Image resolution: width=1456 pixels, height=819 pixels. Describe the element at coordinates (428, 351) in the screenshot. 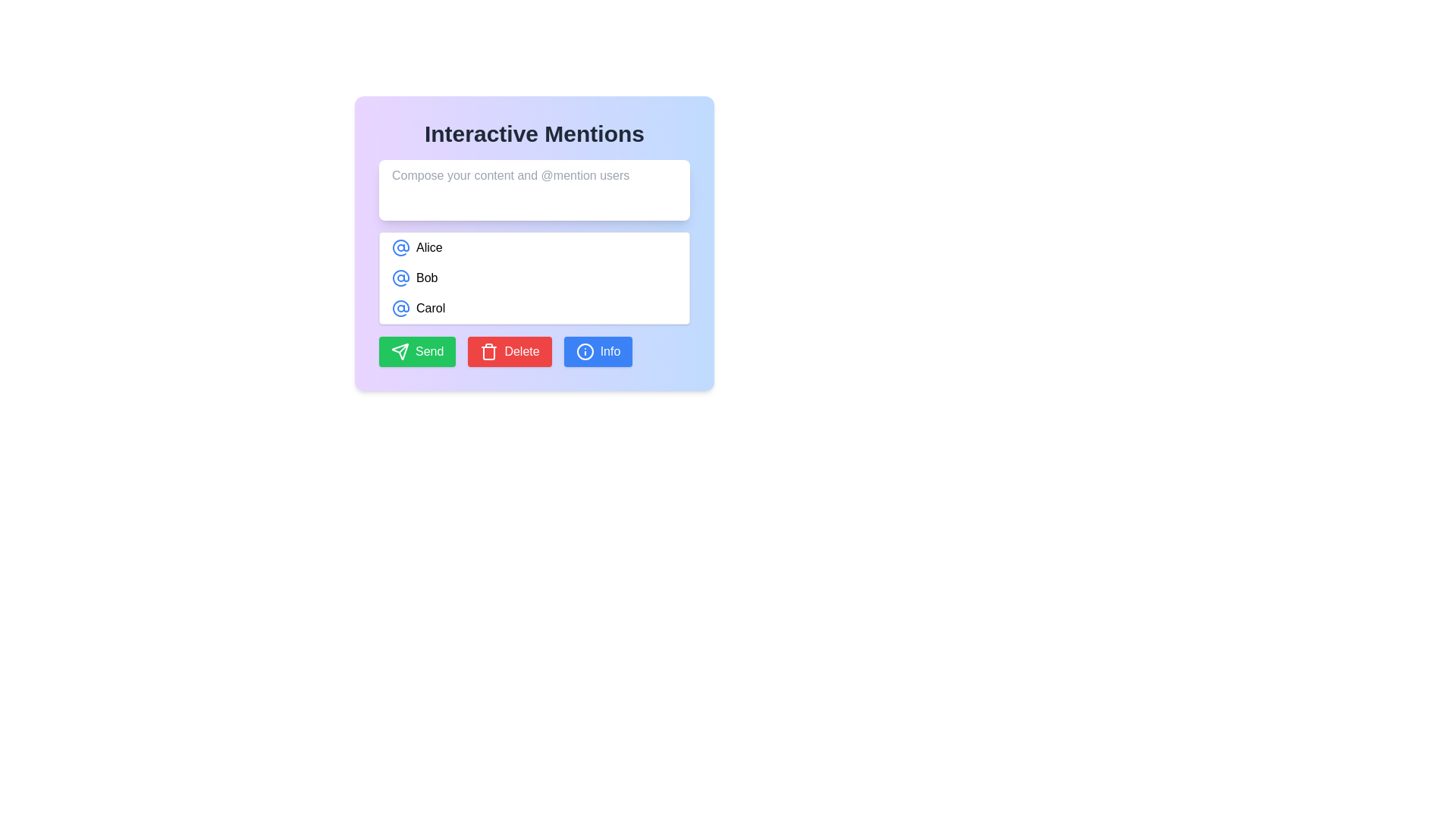

I see `the 'Send' button which contains the label text, located at the bottom-left corner of the interface next to a send symbol icon` at that location.